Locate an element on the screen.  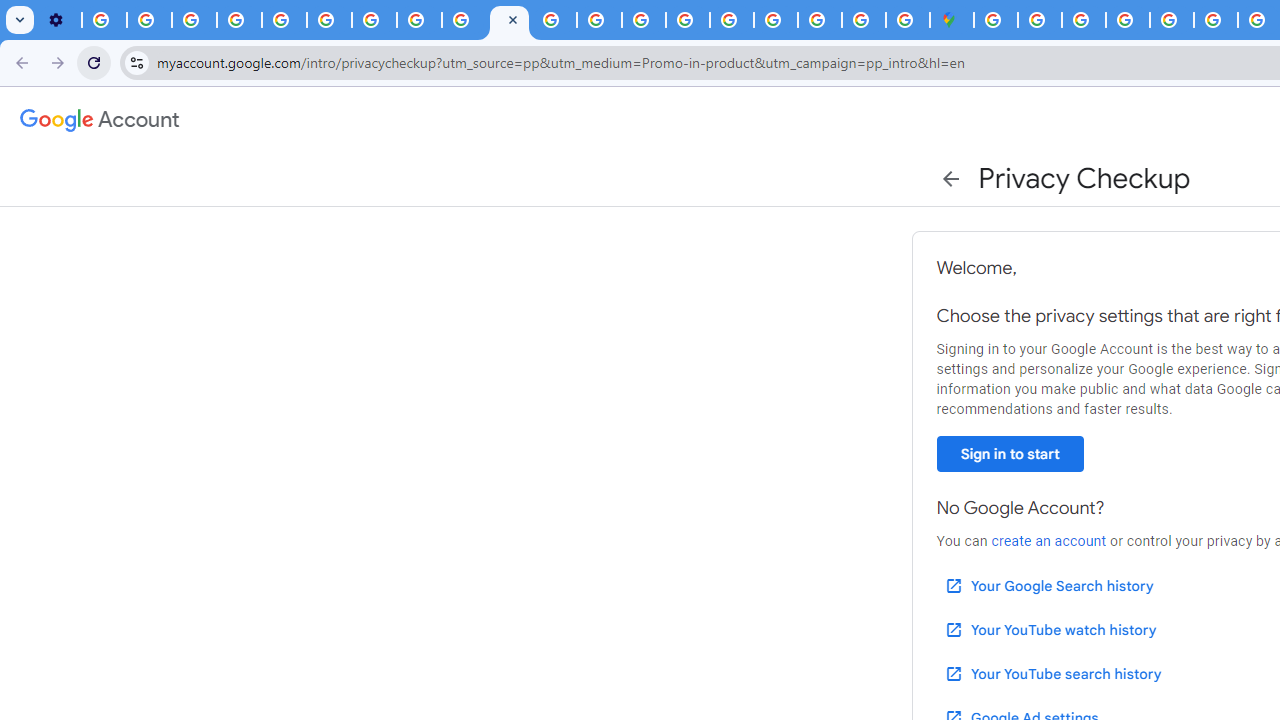
'Sign in to start' is located at coordinates (1009, 454).